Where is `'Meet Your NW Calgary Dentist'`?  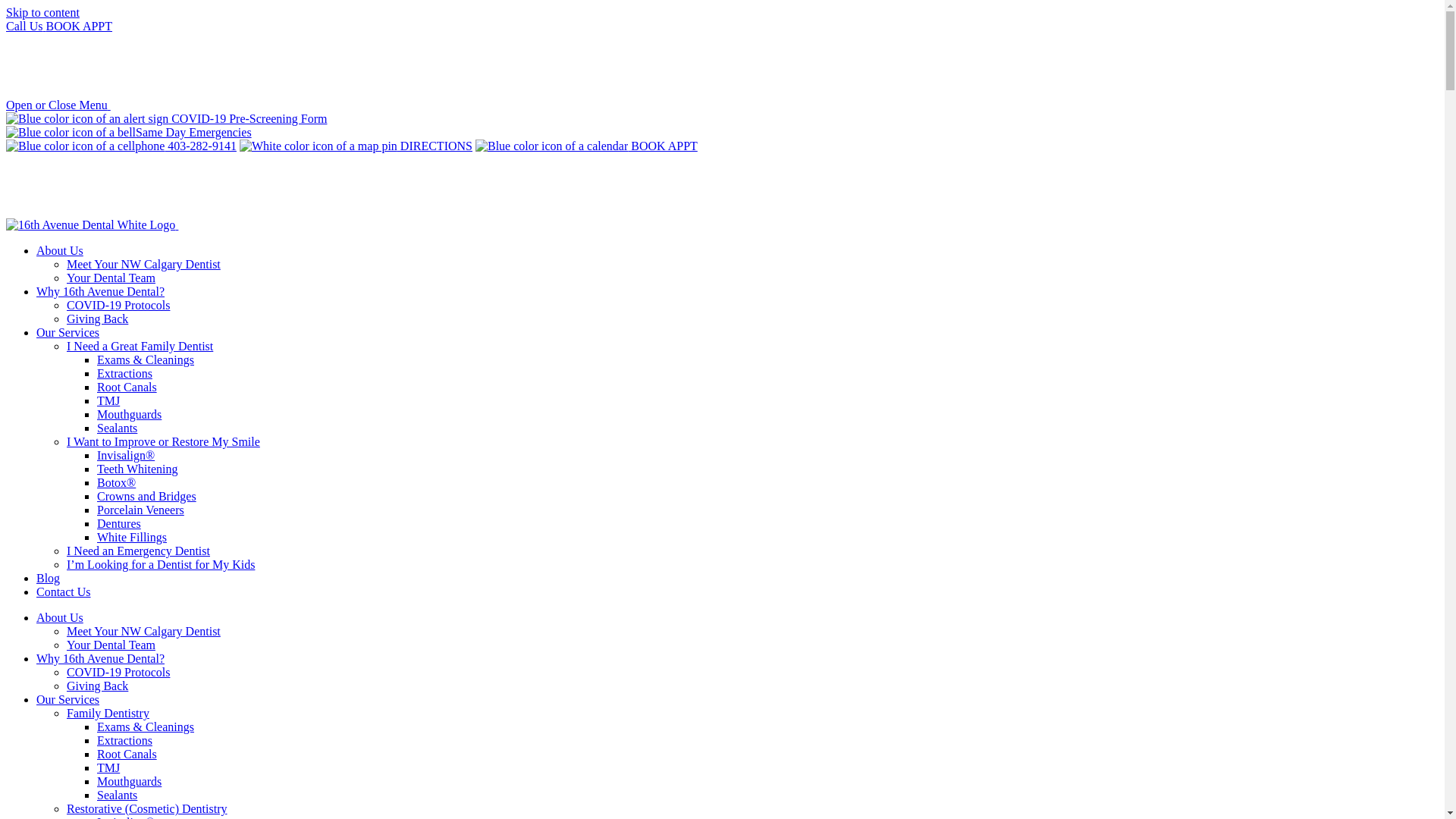
'Meet Your NW Calgary Dentist' is located at coordinates (143, 263).